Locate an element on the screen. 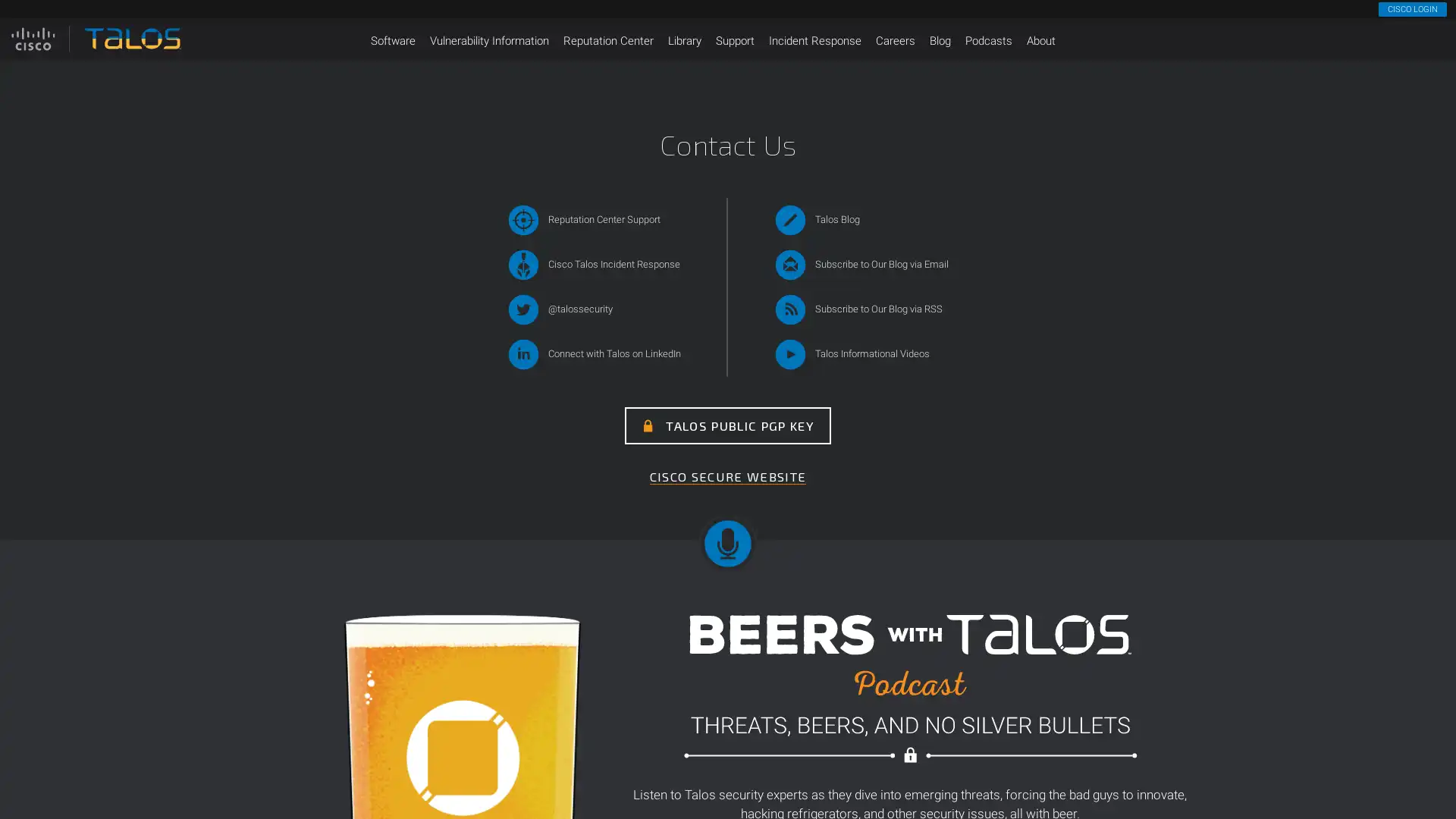 The image size is (1456, 819). TALOS PUBLIC PGP KEY is located at coordinates (728, 425).